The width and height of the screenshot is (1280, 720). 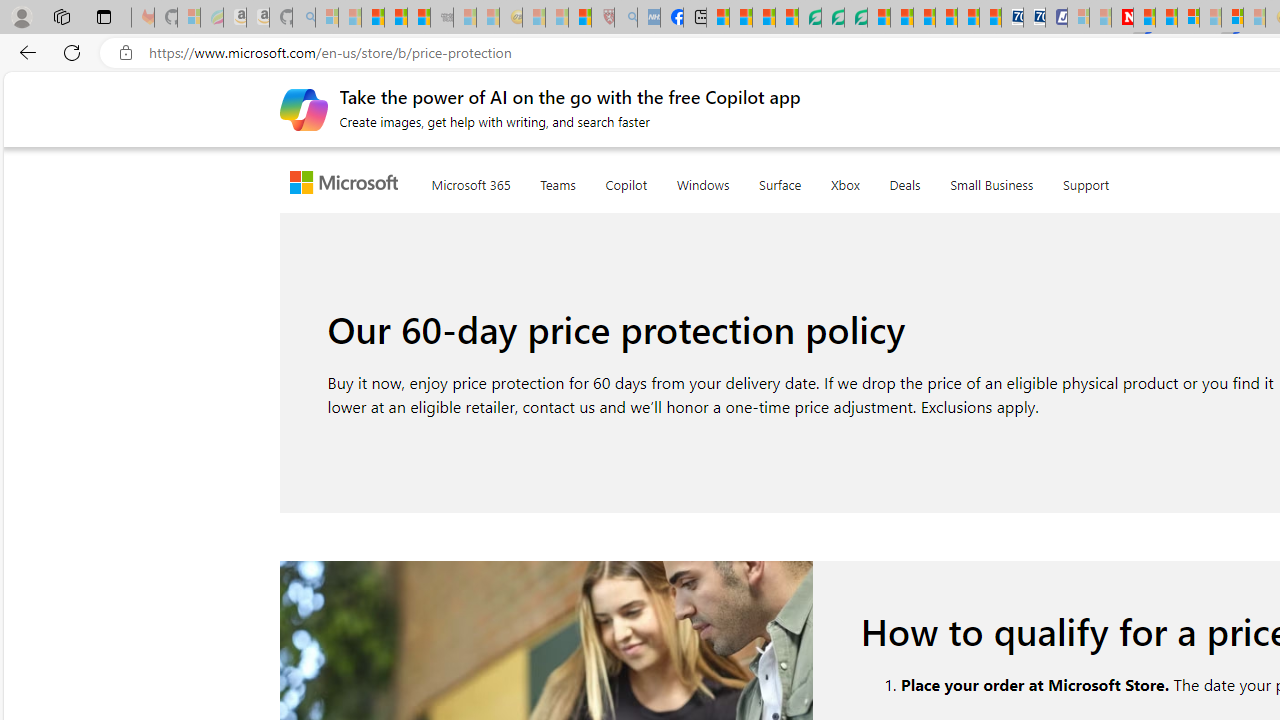 I want to click on 'Local - MSN', so click(x=579, y=17).